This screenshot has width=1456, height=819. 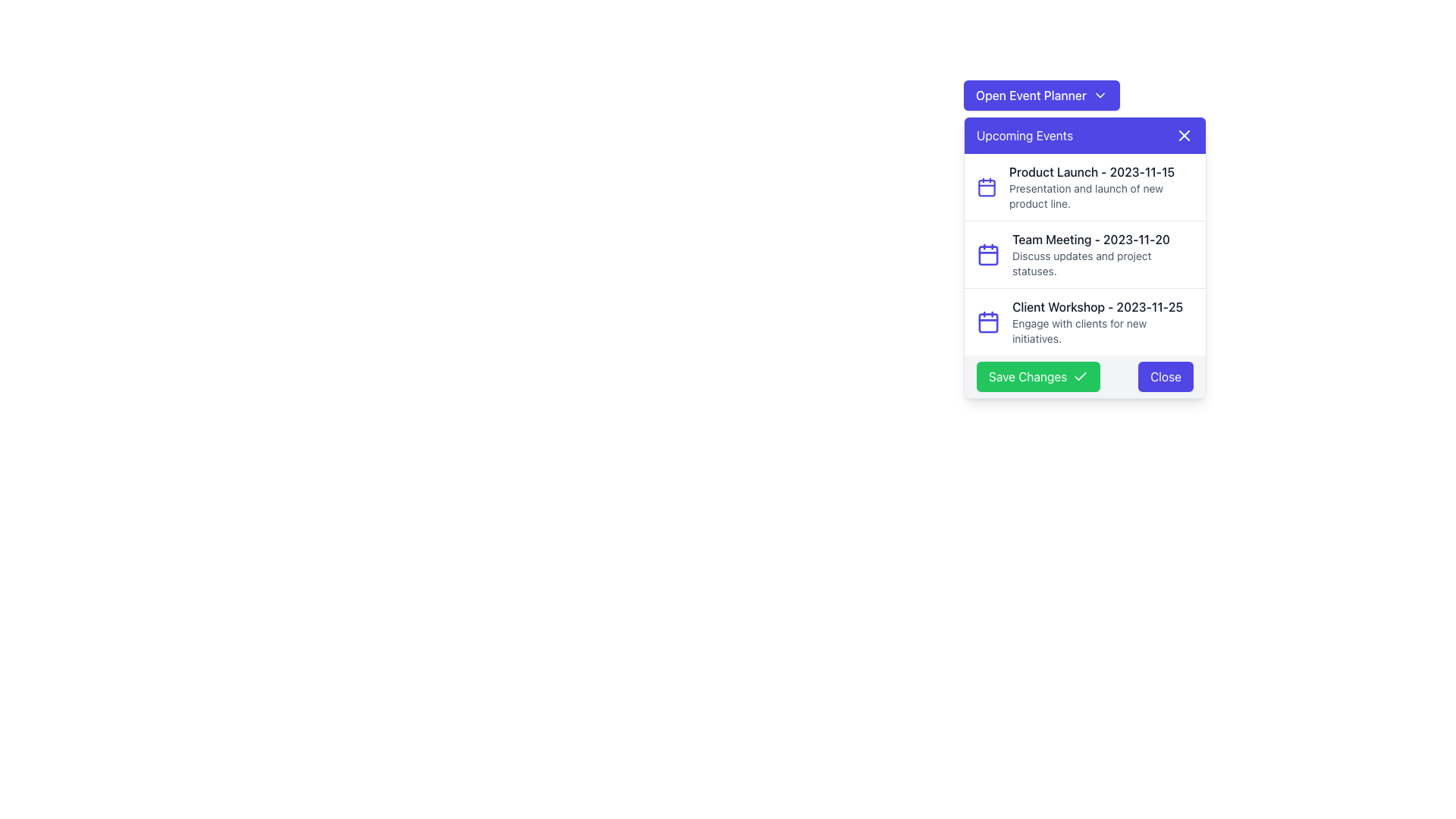 What do you see at coordinates (1103, 321) in the screenshot?
I see `the Text block that informs the user about the 'Client Workshop' event scheduled for 2023-11-25, located in the 'Upcoming Events' panel as the third item in the list` at bounding box center [1103, 321].